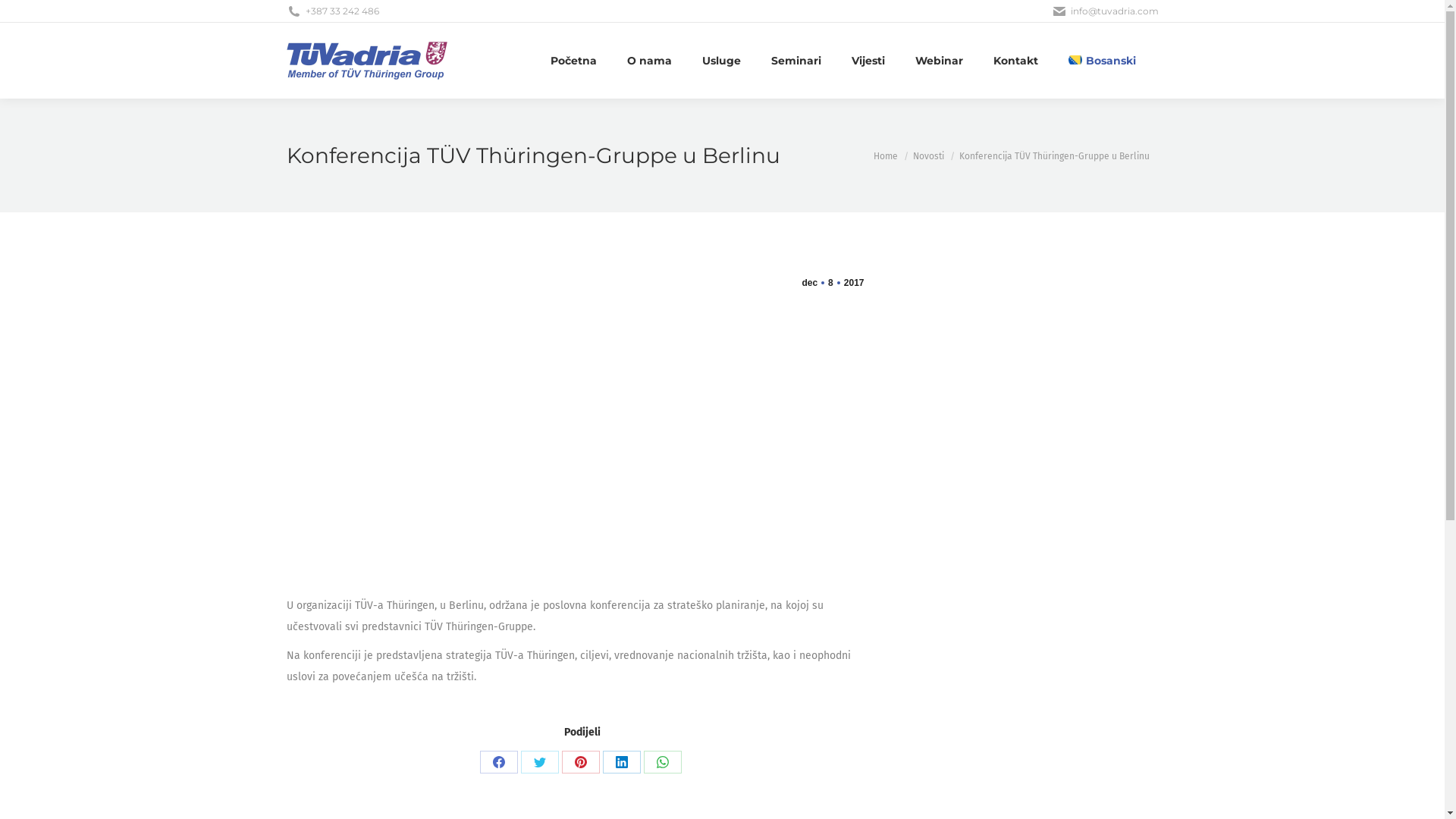 This screenshot has width=1456, height=819. I want to click on 'Bosanski', so click(1074, 58).